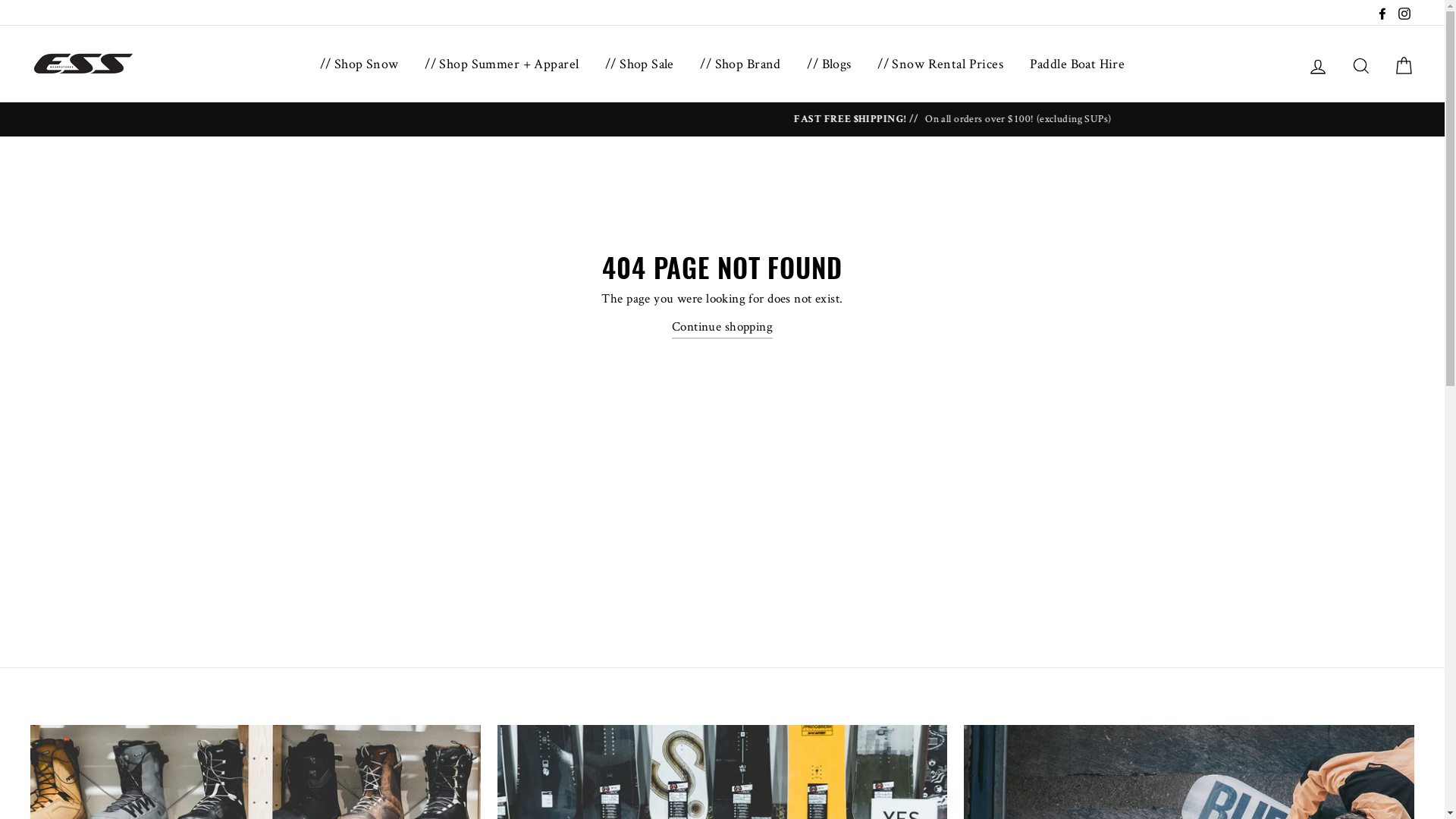  Describe the element at coordinates (639, 63) in the screenshot. I see `'// Shop Sale'` at that location.